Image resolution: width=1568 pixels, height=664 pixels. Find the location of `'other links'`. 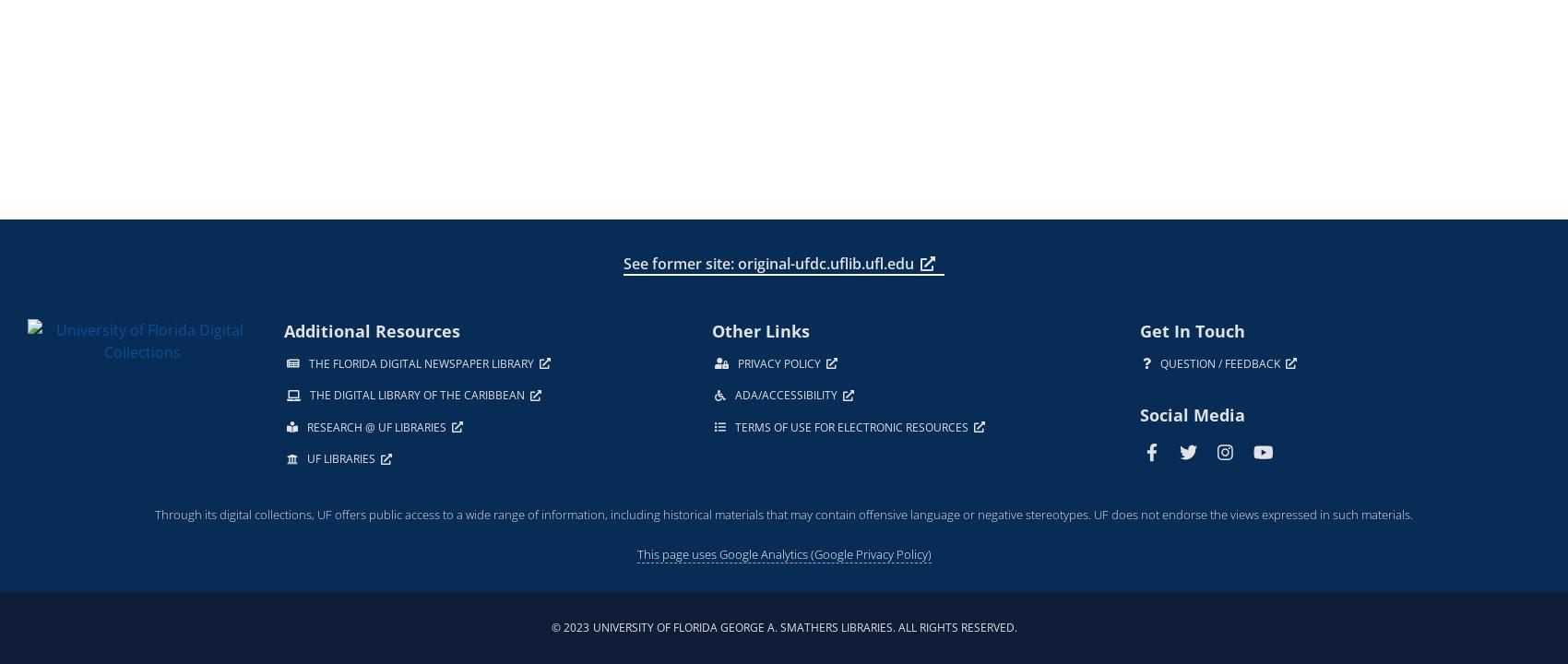

'other links' is located at coordinates (760, 328).